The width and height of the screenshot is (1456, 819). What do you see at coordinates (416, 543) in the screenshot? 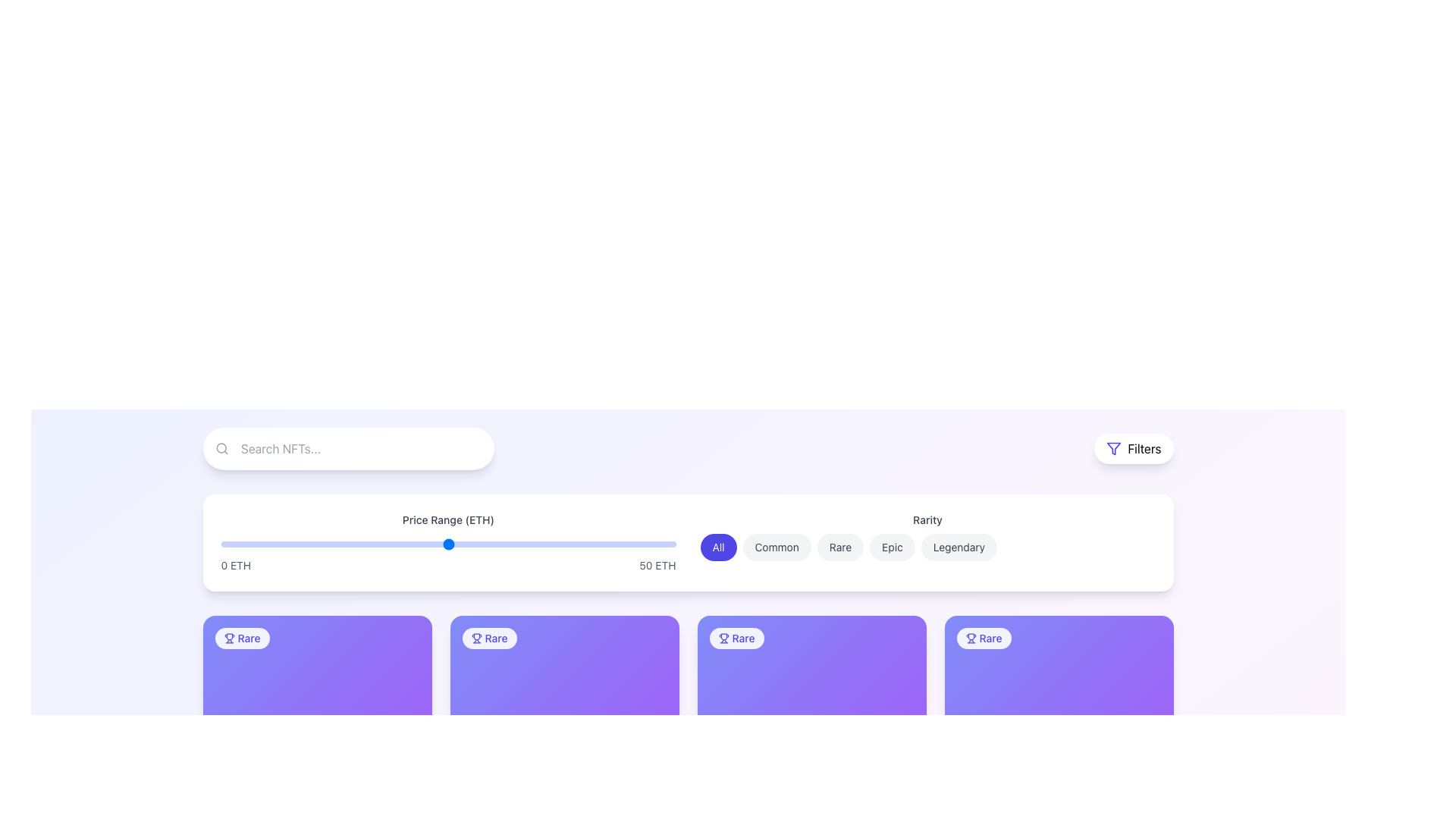
I see `the slider value` at bounding box center [416, 543].